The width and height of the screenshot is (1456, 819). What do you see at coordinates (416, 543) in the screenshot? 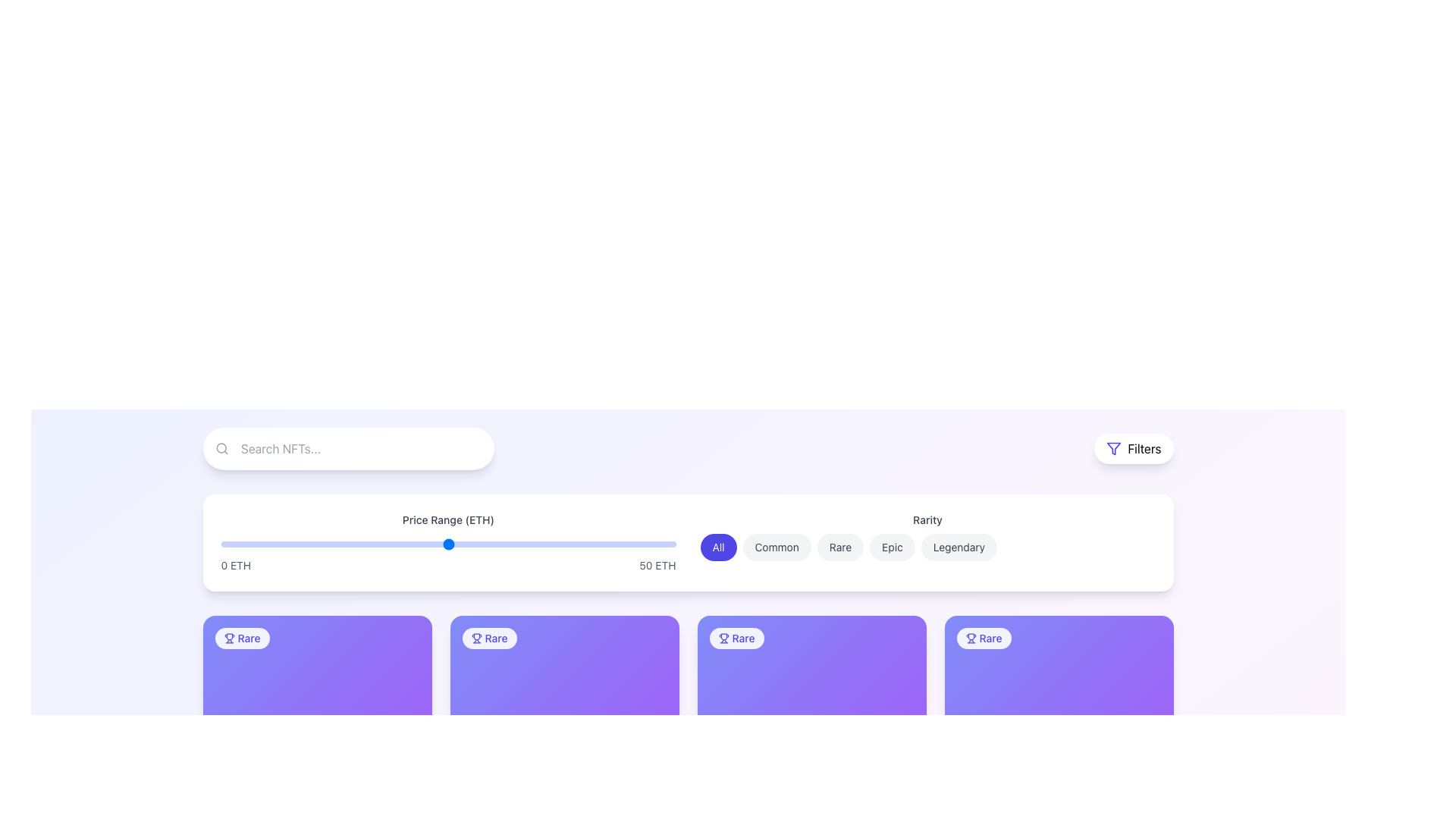
I see `the slider value` at bounding box center [416, 543].